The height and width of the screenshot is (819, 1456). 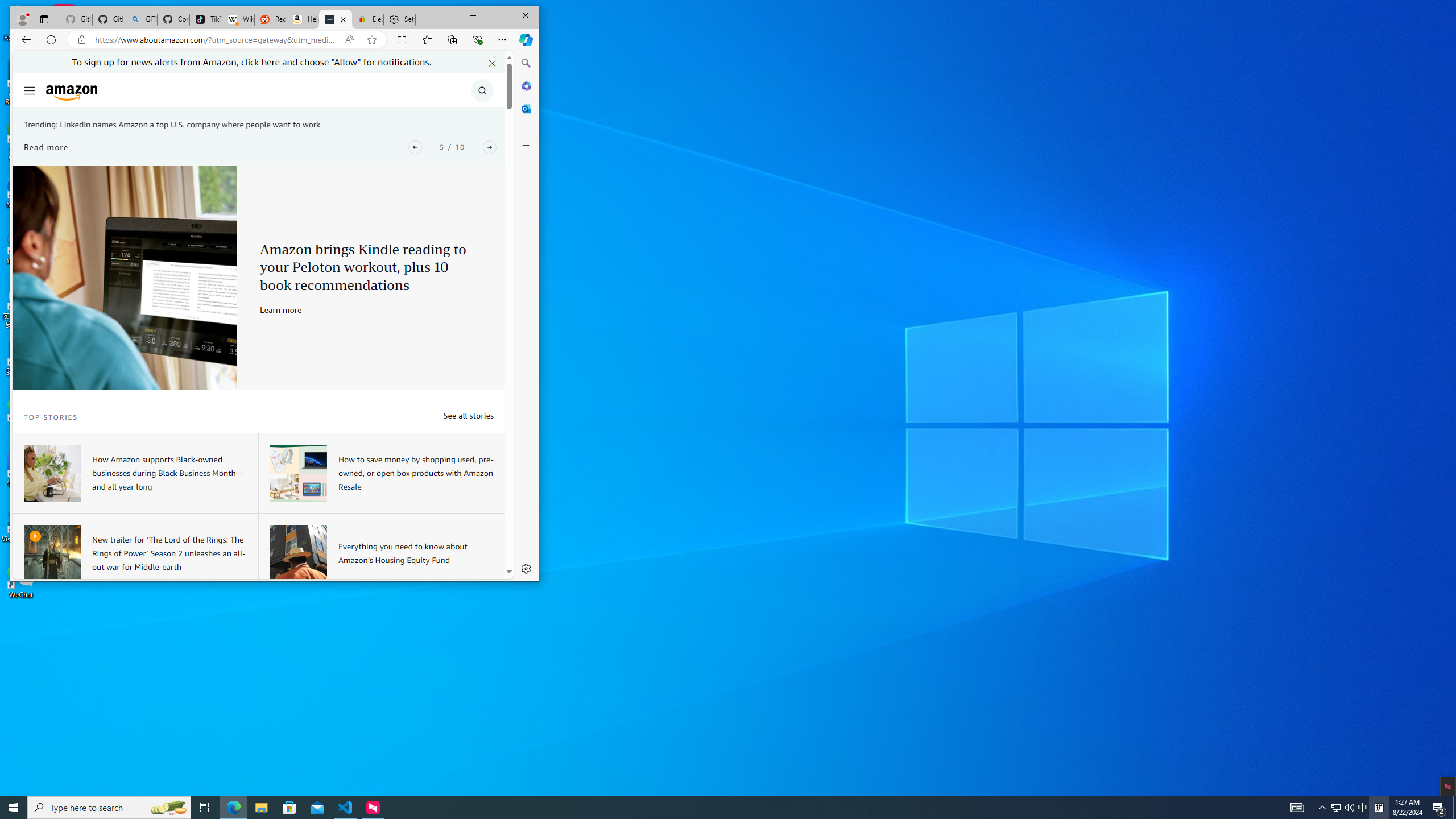 I want to click on 'Maximize', so click(x=499, y=15).